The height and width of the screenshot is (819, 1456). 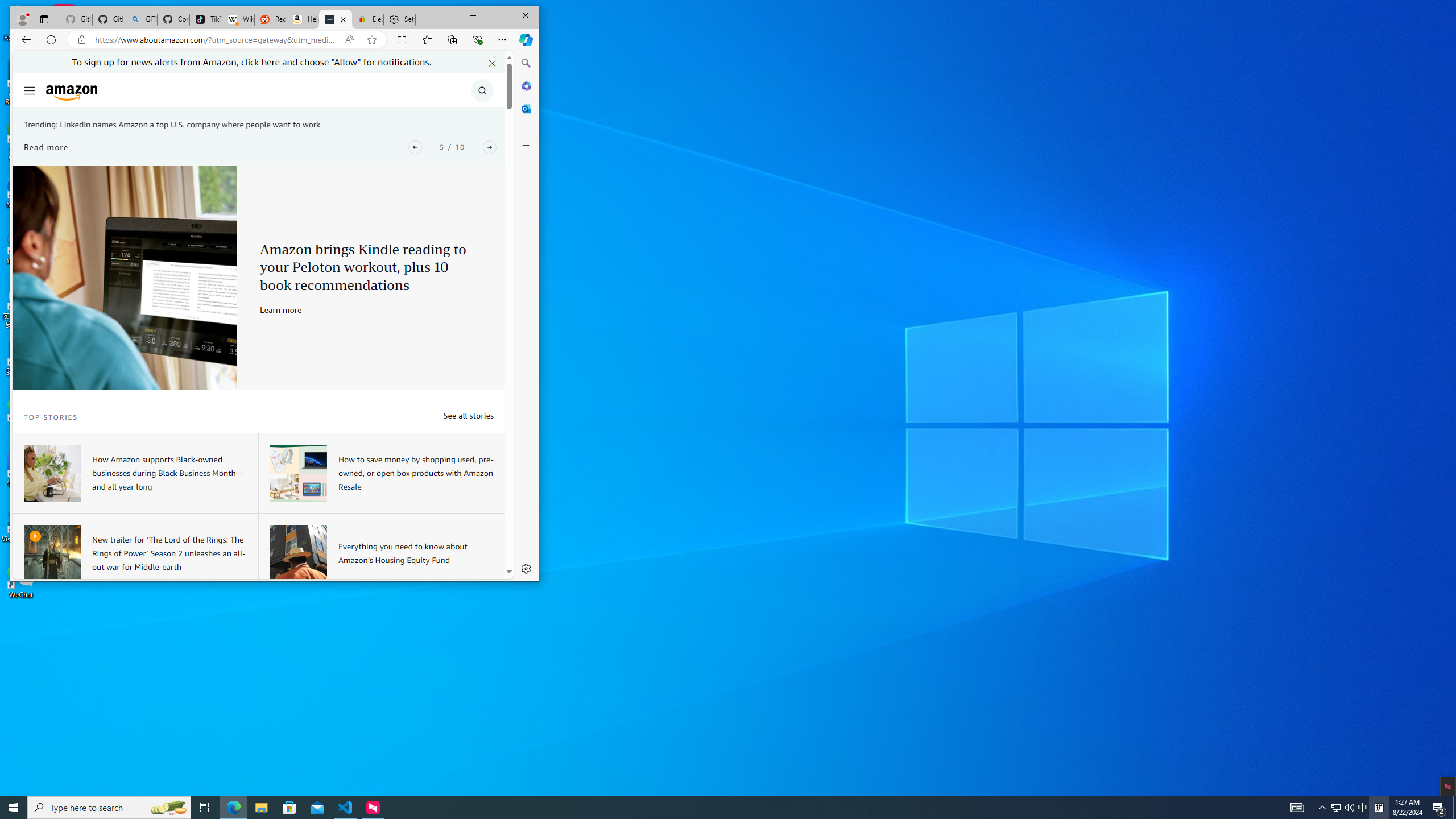 I want to click on 'Maximize', so click(x=499, y=15).